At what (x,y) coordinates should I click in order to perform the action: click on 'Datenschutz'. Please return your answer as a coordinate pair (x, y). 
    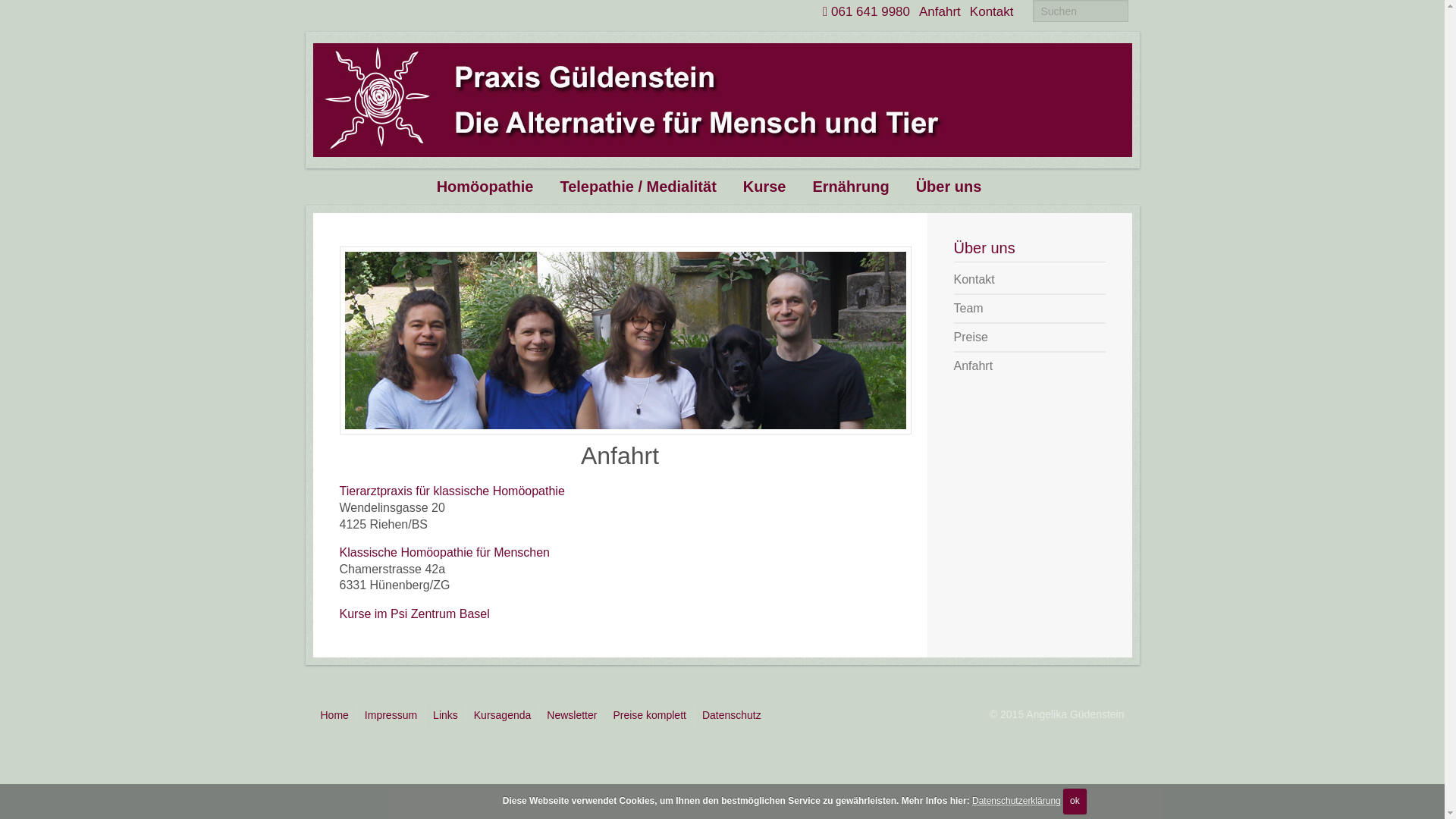
    Looking at the image, I should click on (731, 714).